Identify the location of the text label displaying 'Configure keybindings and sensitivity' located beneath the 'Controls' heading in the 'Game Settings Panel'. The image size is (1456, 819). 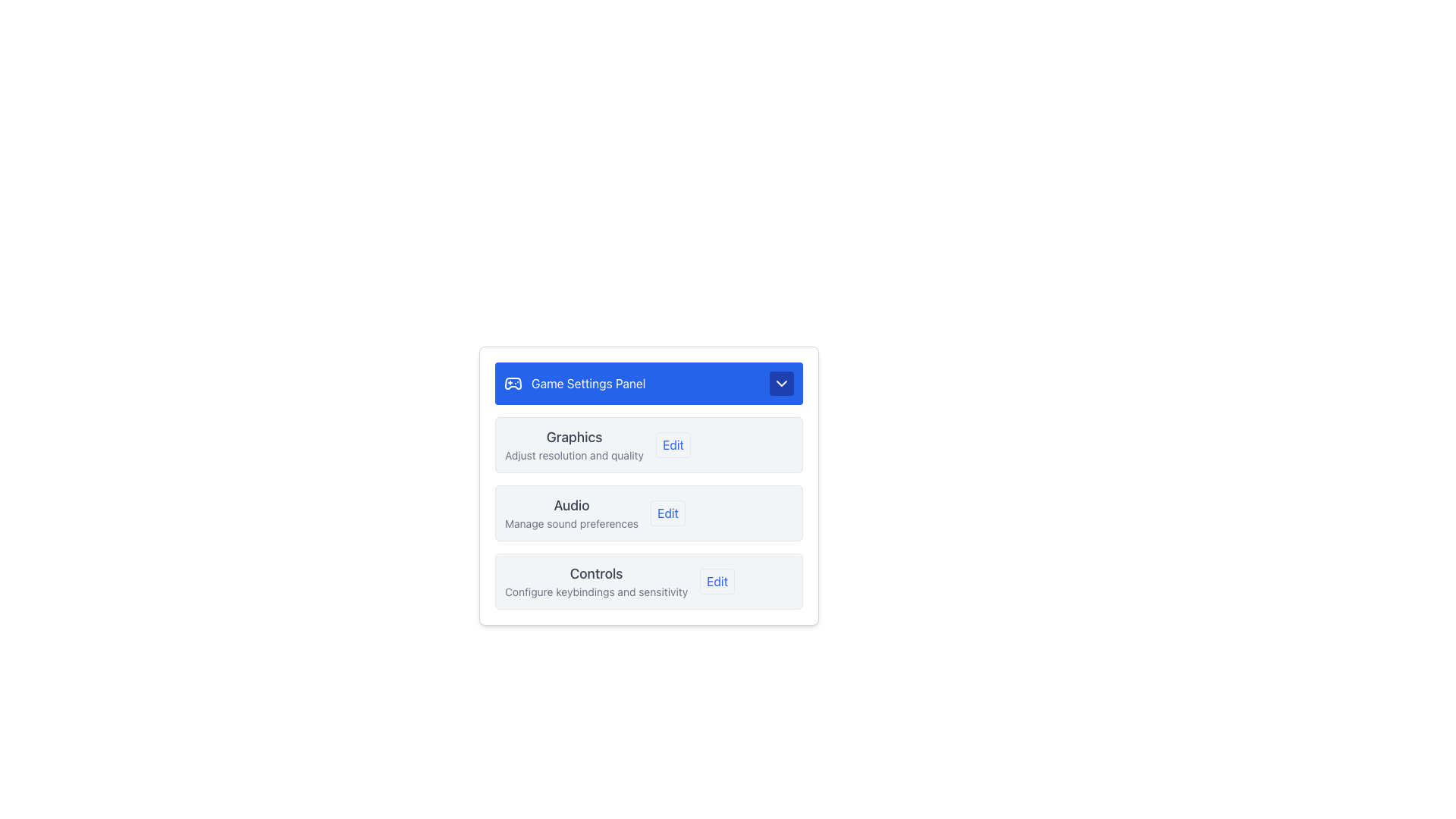
(595, 591).